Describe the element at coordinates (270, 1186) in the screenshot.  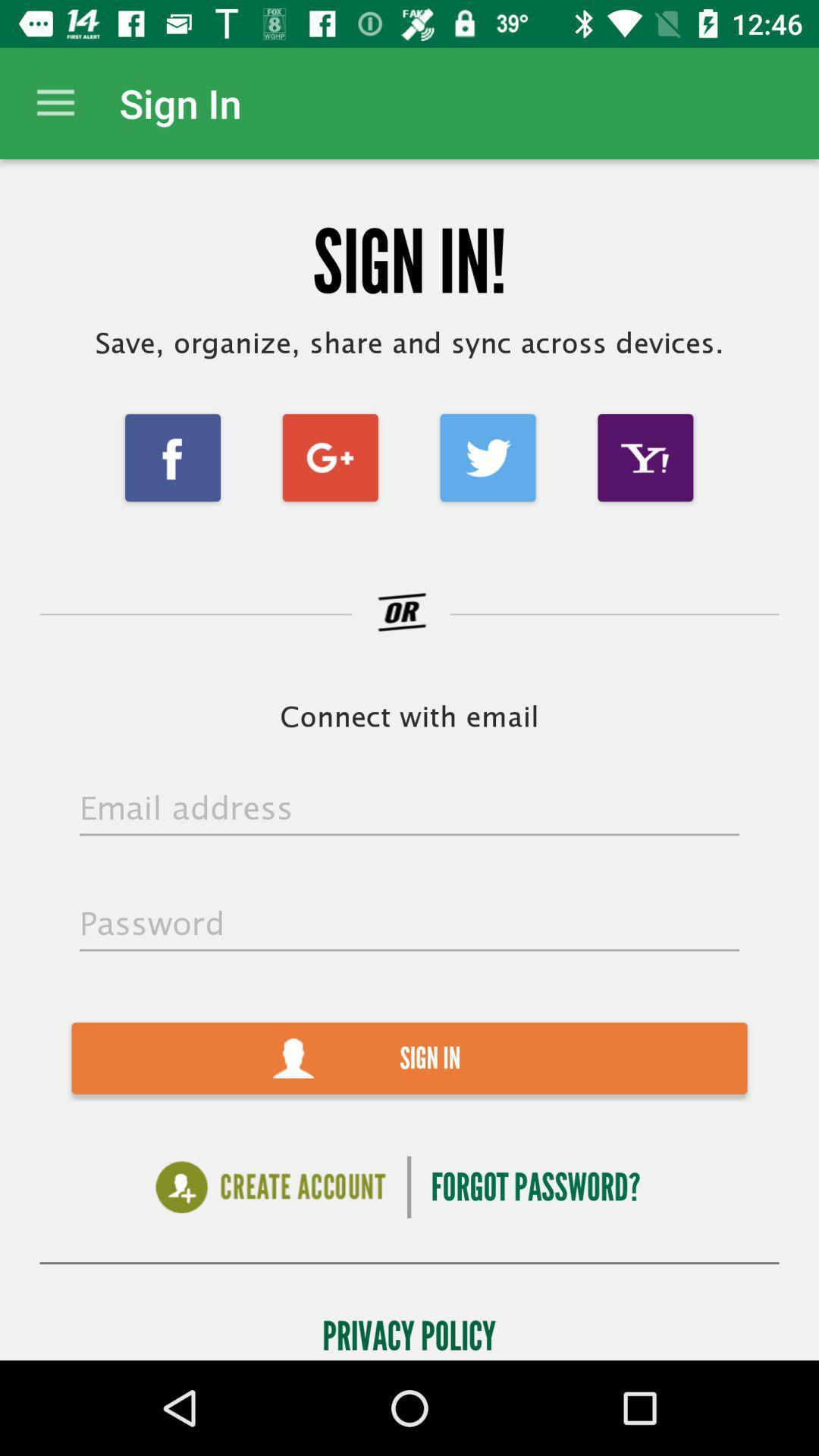
I see `new account` at that location.